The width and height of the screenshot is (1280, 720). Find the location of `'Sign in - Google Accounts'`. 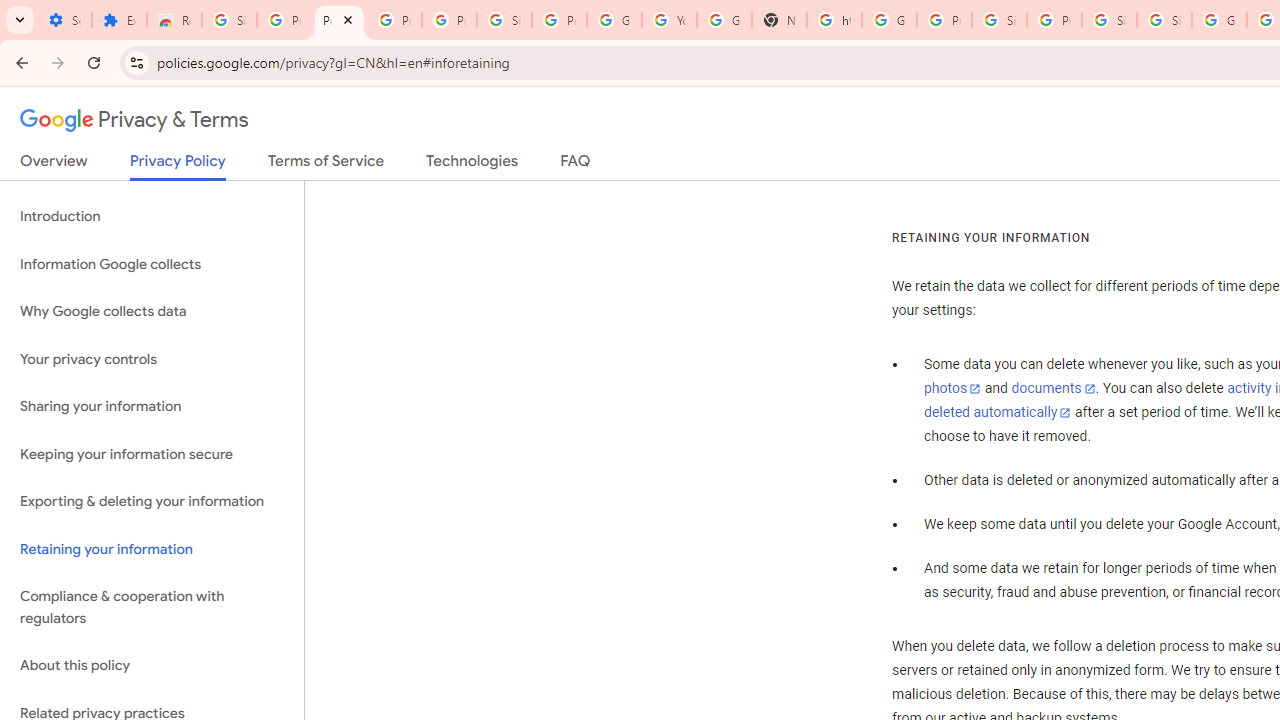

'Sign in - Google Accounts' is located at coordinates (1164, 20).